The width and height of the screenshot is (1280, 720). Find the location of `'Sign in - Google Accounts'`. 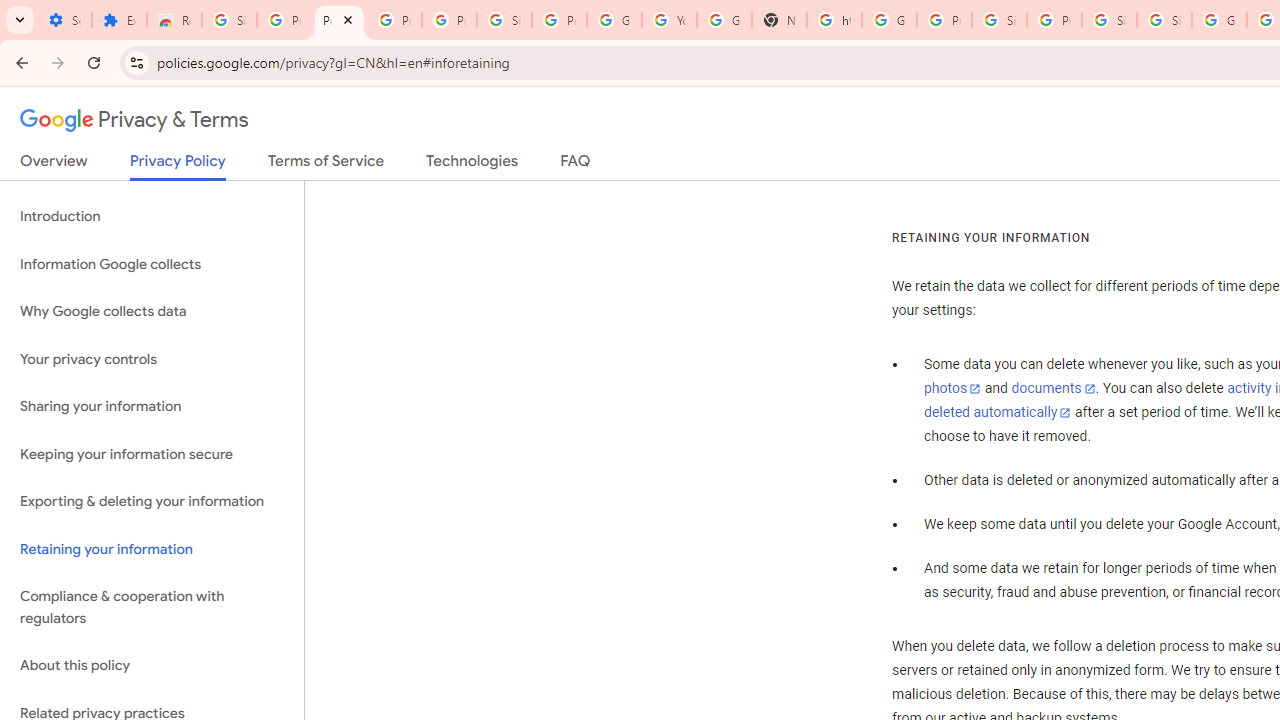

'Sign in - Google Accounts' is located at coordinates (1164, 20).